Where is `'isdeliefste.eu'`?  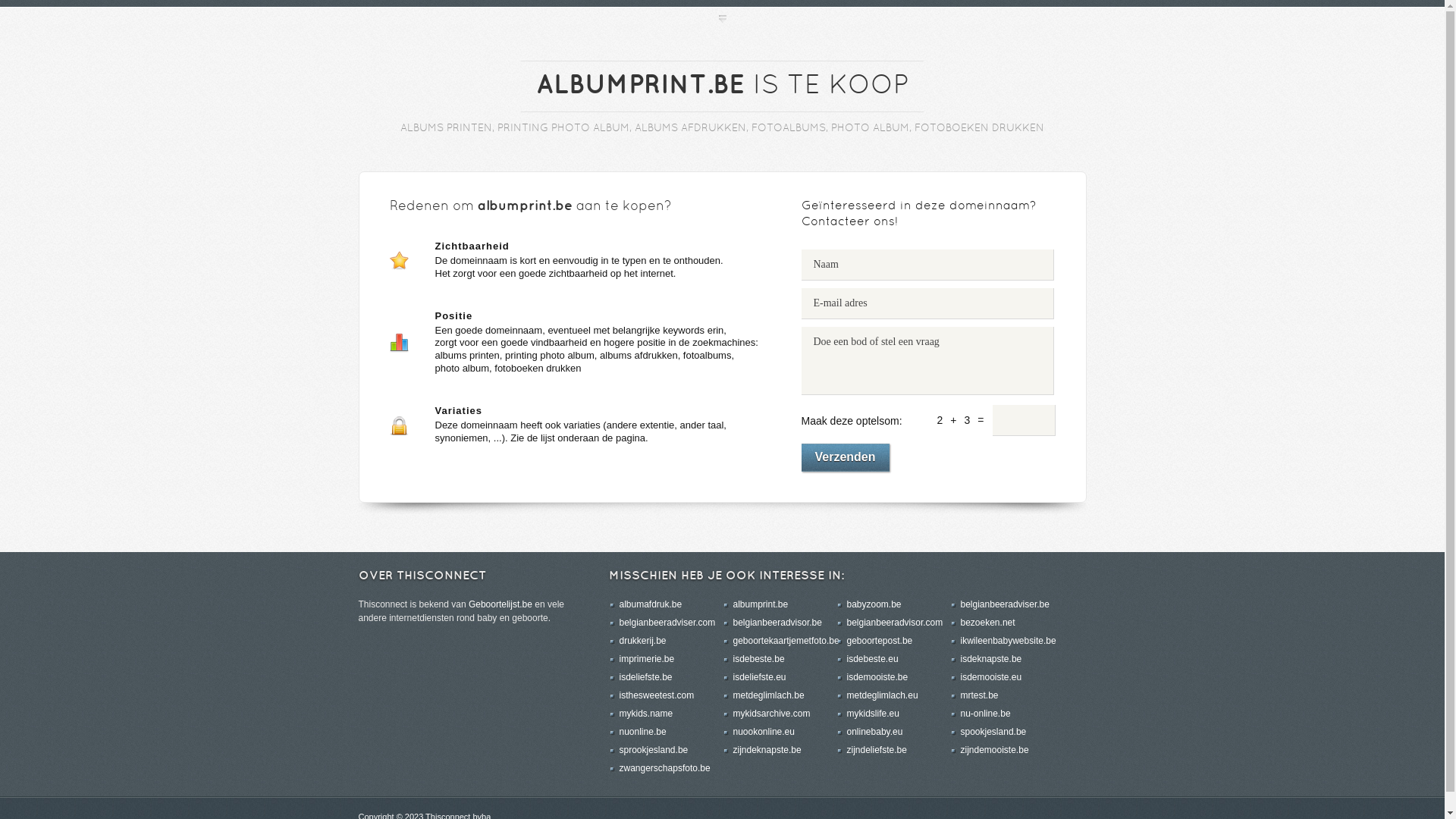 'isdeliefste.eu' is located at coordinates (759, 676).